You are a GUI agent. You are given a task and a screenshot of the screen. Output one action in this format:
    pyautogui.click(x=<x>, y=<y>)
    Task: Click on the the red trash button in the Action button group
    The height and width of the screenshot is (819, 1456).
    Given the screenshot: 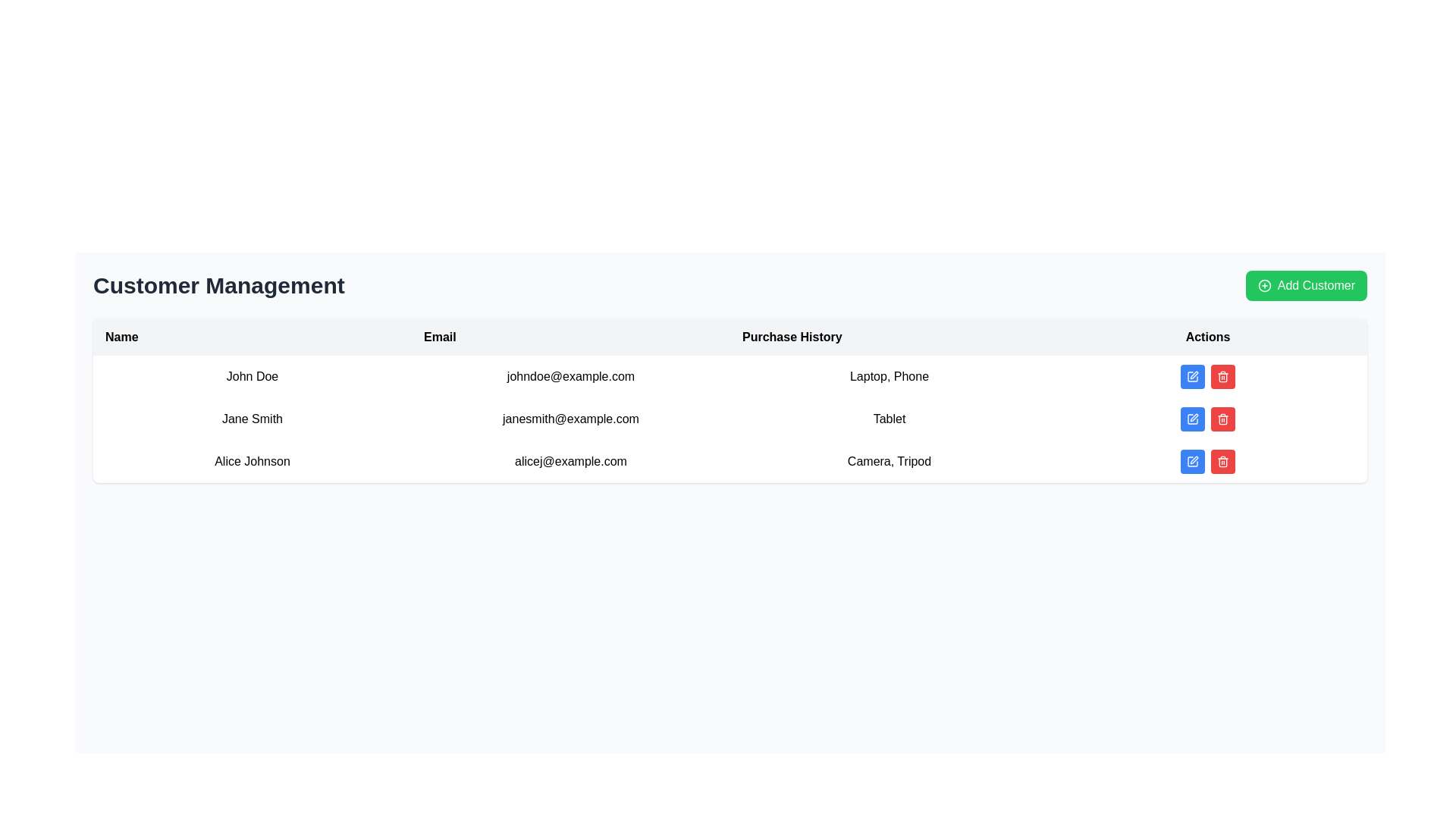 What is the action you would take?
    pyautogui.click(x=1207, y=376)
    